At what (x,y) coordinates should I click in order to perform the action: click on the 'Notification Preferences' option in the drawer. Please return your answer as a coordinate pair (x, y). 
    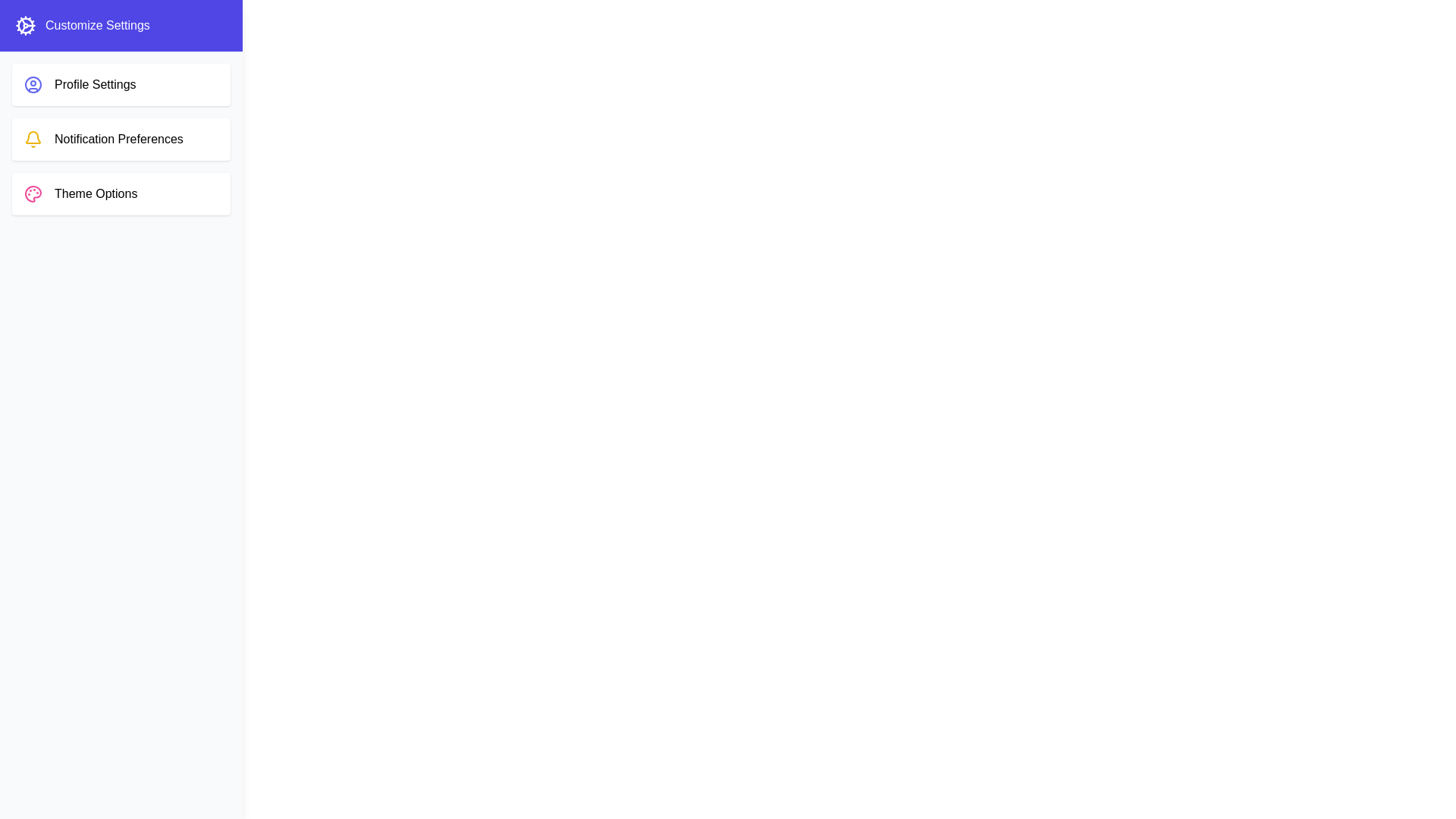
    Looking at the image, I should click on (120, 140).